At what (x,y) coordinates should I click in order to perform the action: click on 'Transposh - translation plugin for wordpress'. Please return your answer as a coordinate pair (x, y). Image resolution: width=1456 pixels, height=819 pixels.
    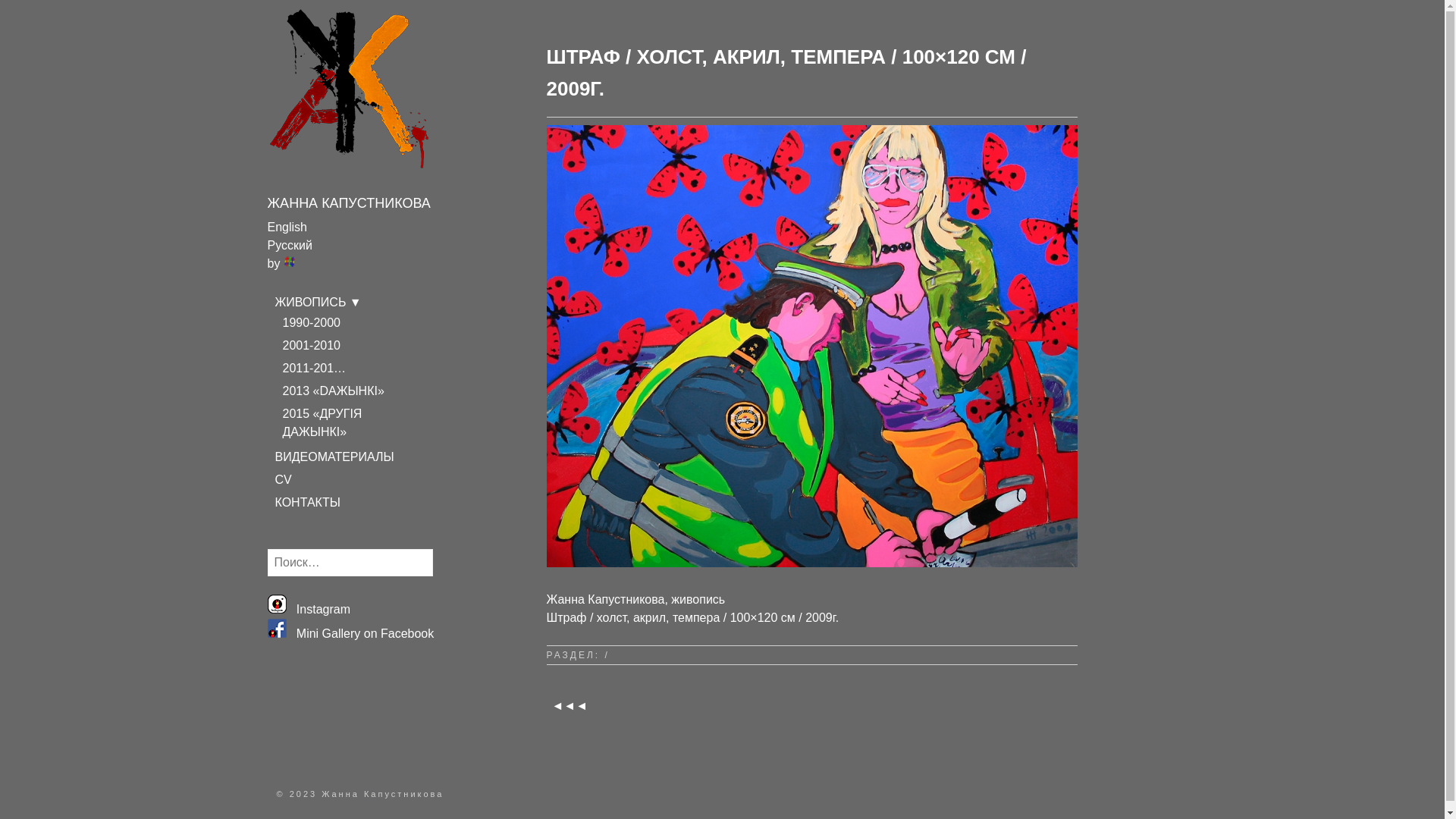
    Looking at the image, I should click on (290, 260).